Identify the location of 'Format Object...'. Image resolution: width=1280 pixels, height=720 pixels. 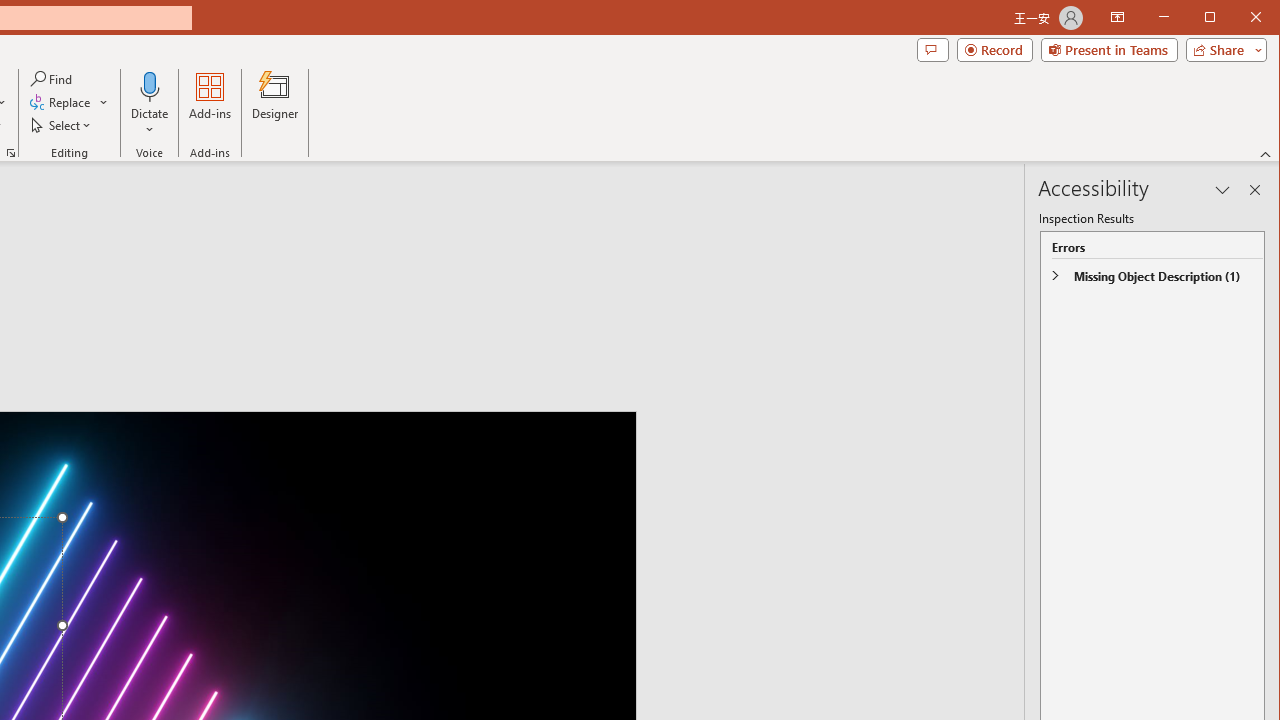
(10, 152).